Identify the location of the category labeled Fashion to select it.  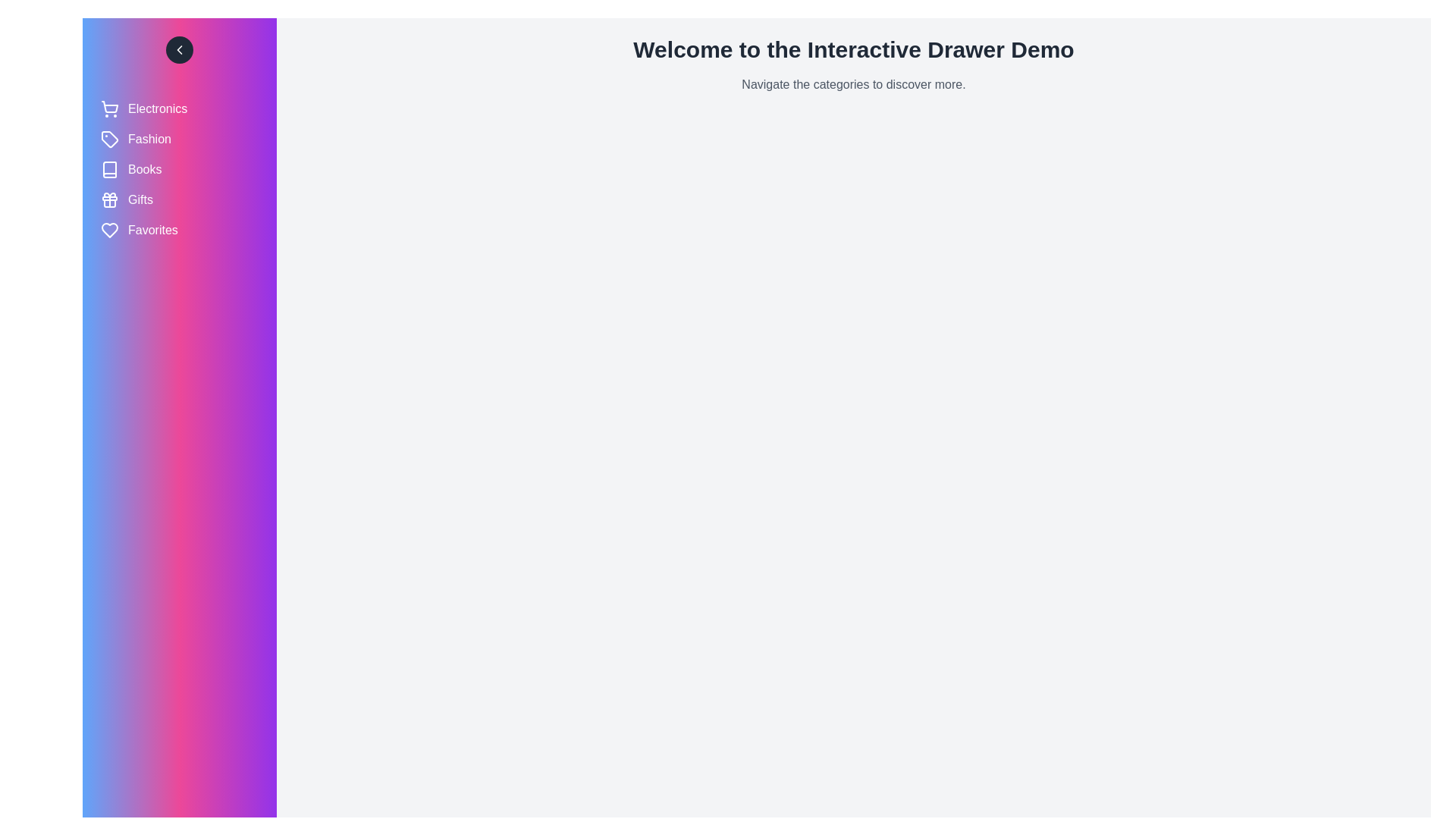
(179, 140).